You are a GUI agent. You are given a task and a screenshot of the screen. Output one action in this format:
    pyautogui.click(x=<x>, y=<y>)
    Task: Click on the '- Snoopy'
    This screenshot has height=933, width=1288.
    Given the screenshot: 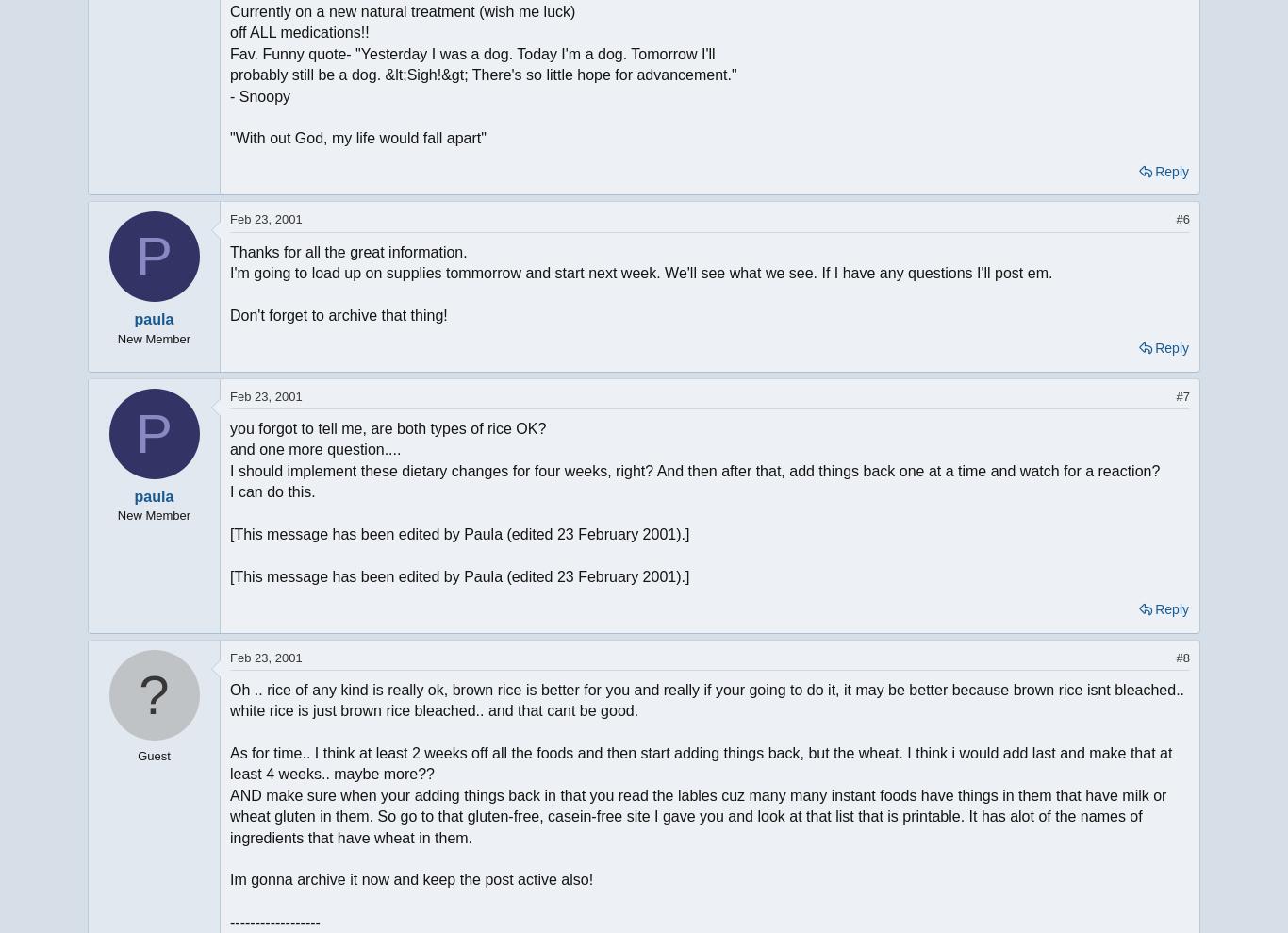 What is the action you would take?
    pyautogui.click(x=259, y=95)
    